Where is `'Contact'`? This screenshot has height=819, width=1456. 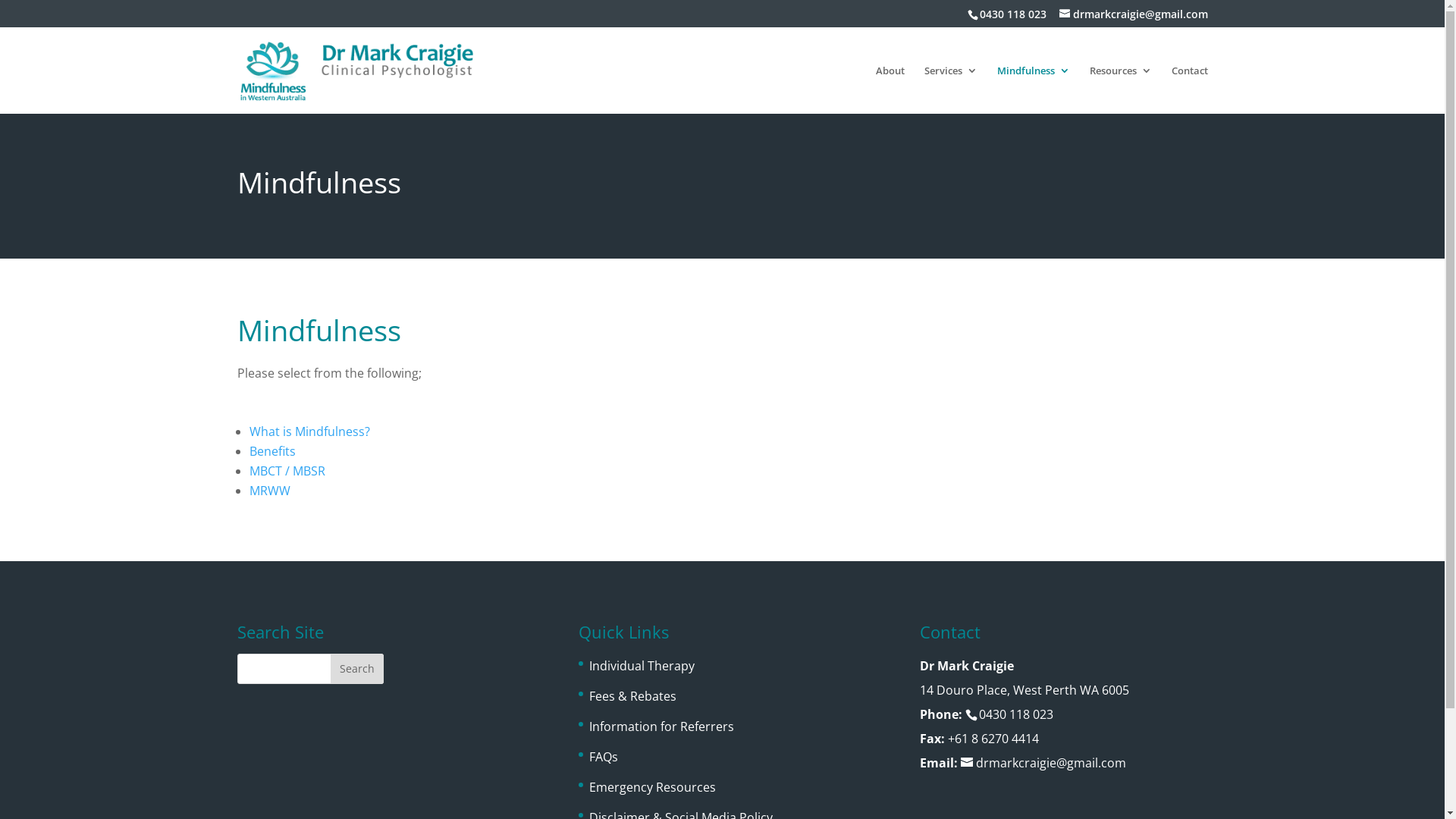
'Contact' is located at coordinates (1188, 89).